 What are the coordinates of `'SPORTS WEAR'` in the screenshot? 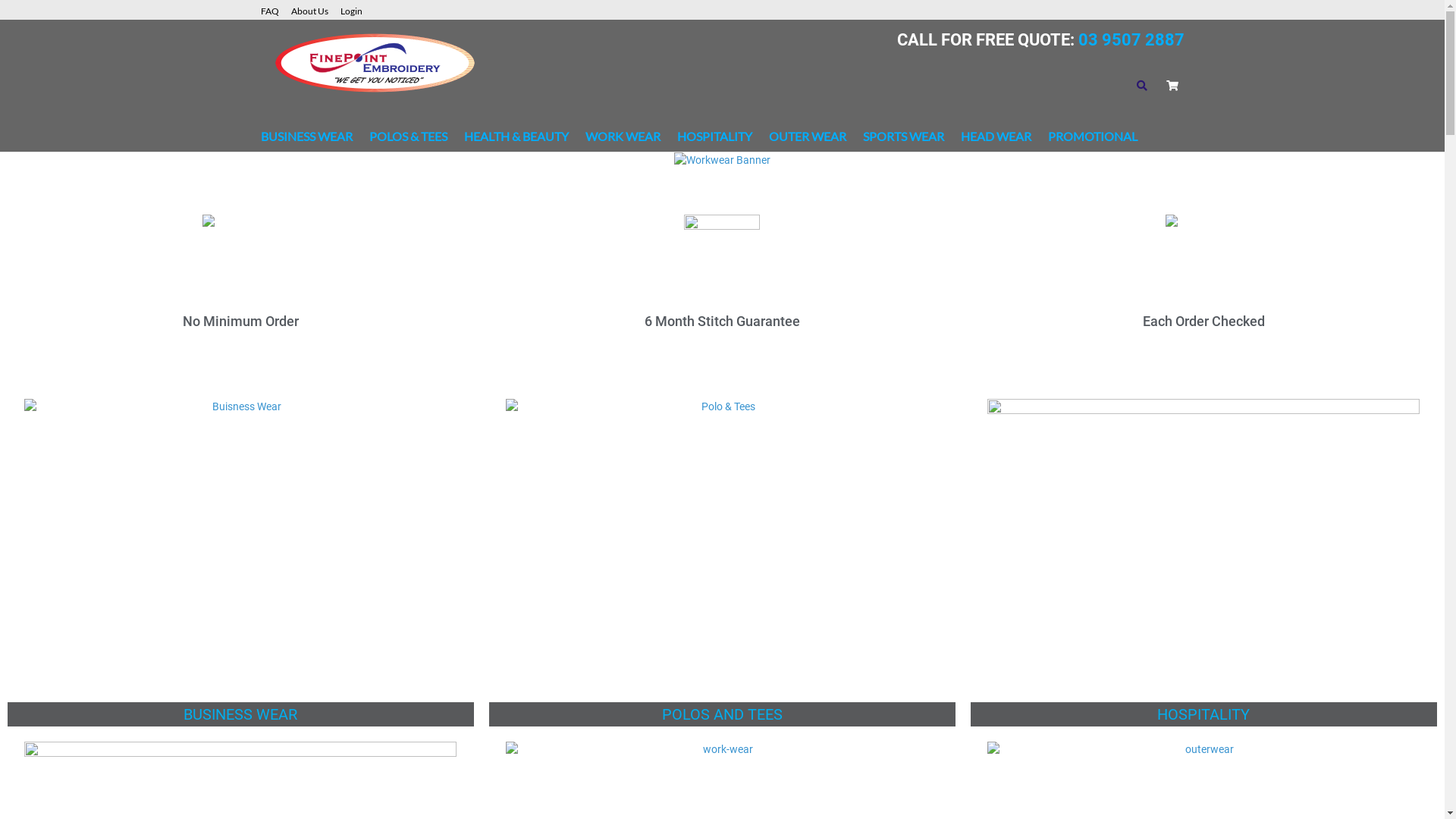 It's located at (903, 136).